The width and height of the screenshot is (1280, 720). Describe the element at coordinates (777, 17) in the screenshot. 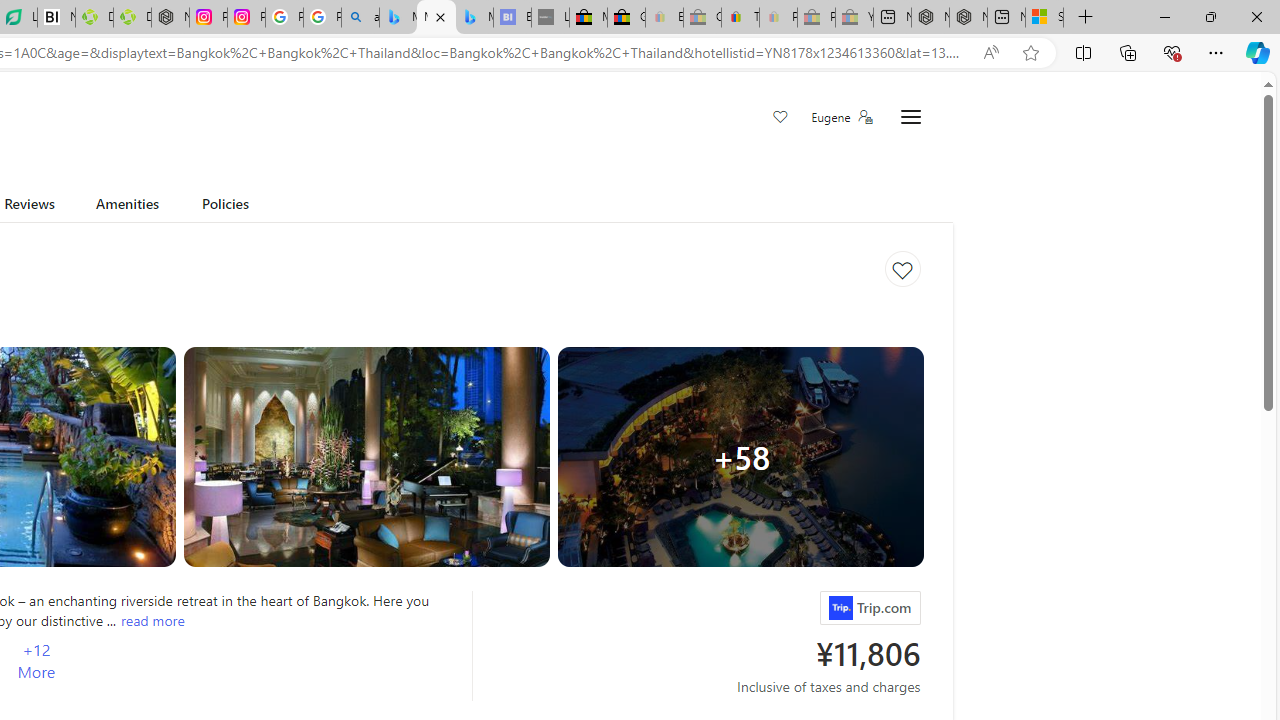

I see `'Payments Terms of Use | eBay.com - Sleeping'` at that location.